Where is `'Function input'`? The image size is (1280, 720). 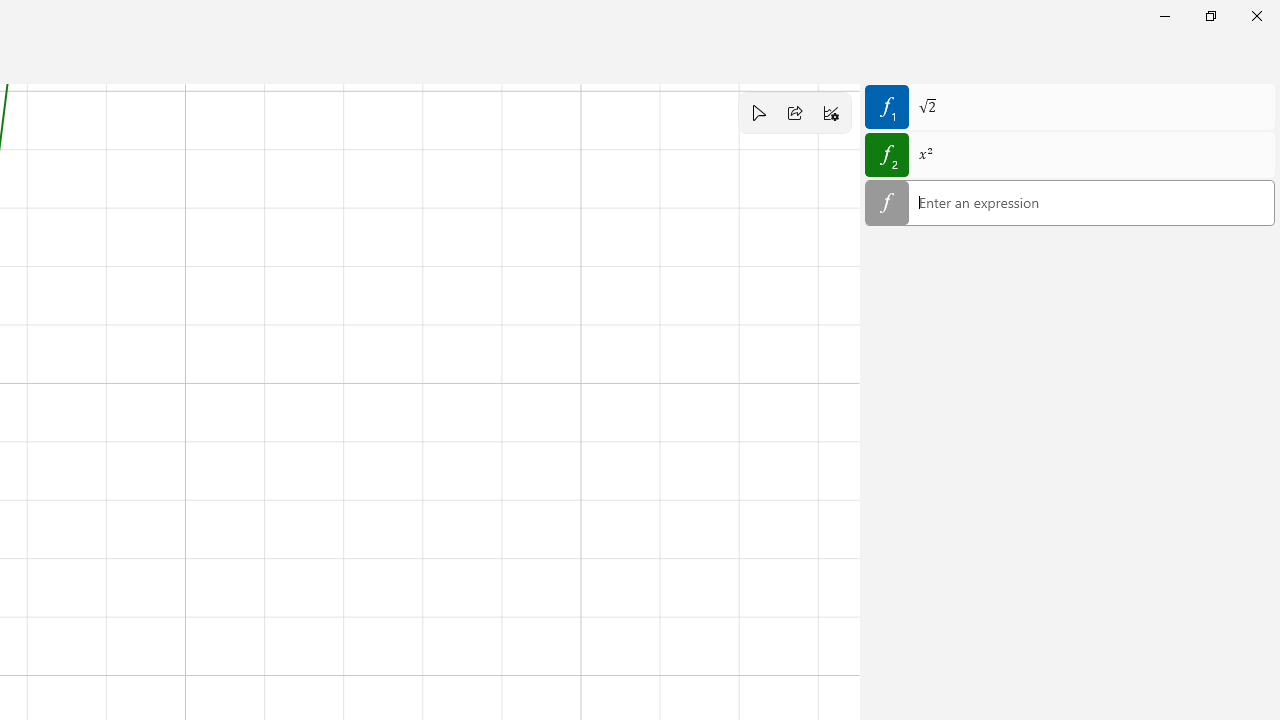 'Function input' is located at coordinates (1069, 204).